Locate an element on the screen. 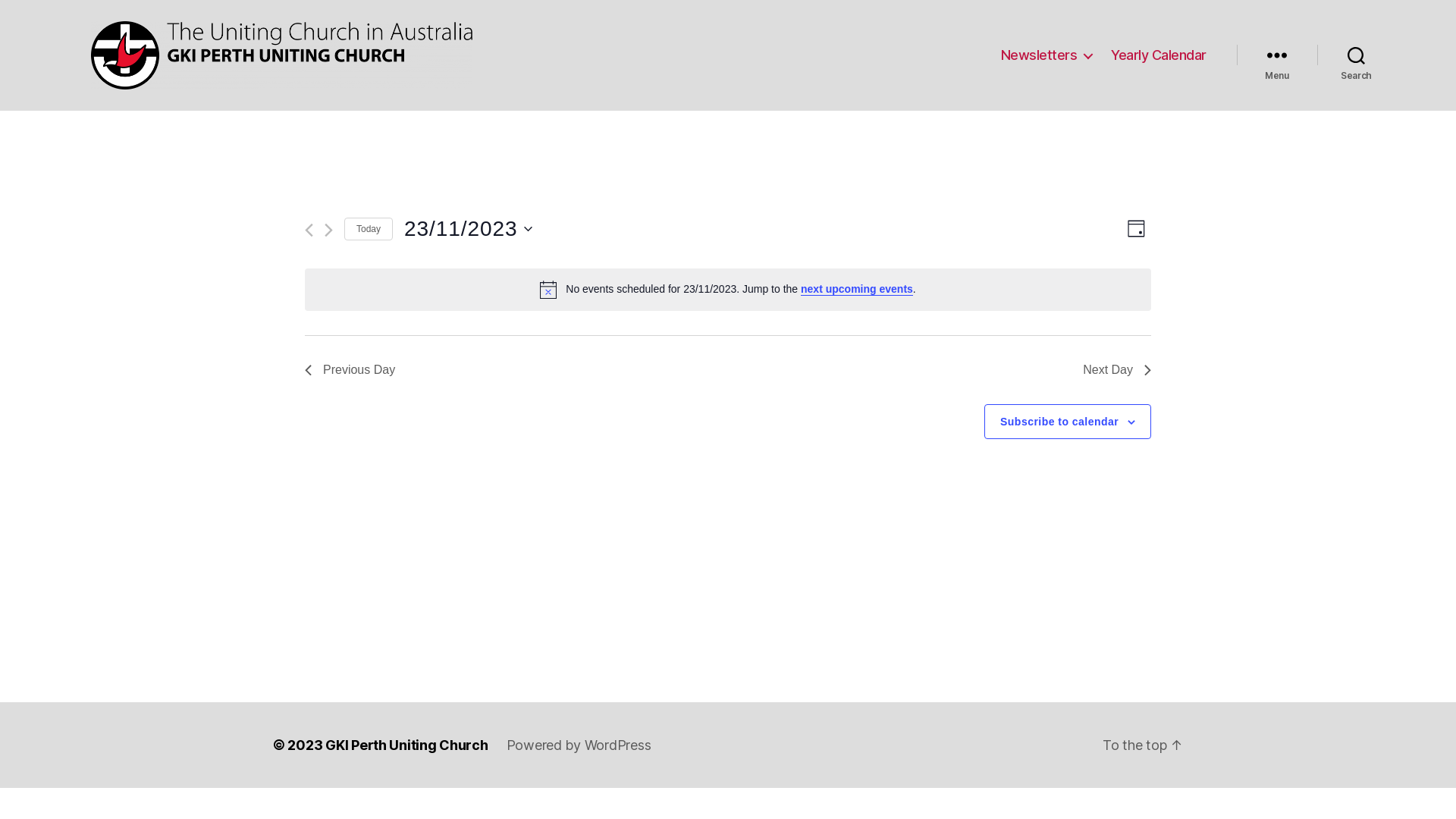 The width and height of the screenshot is (1456, 819). 'Menu' is located at coordinates (1237, 55).